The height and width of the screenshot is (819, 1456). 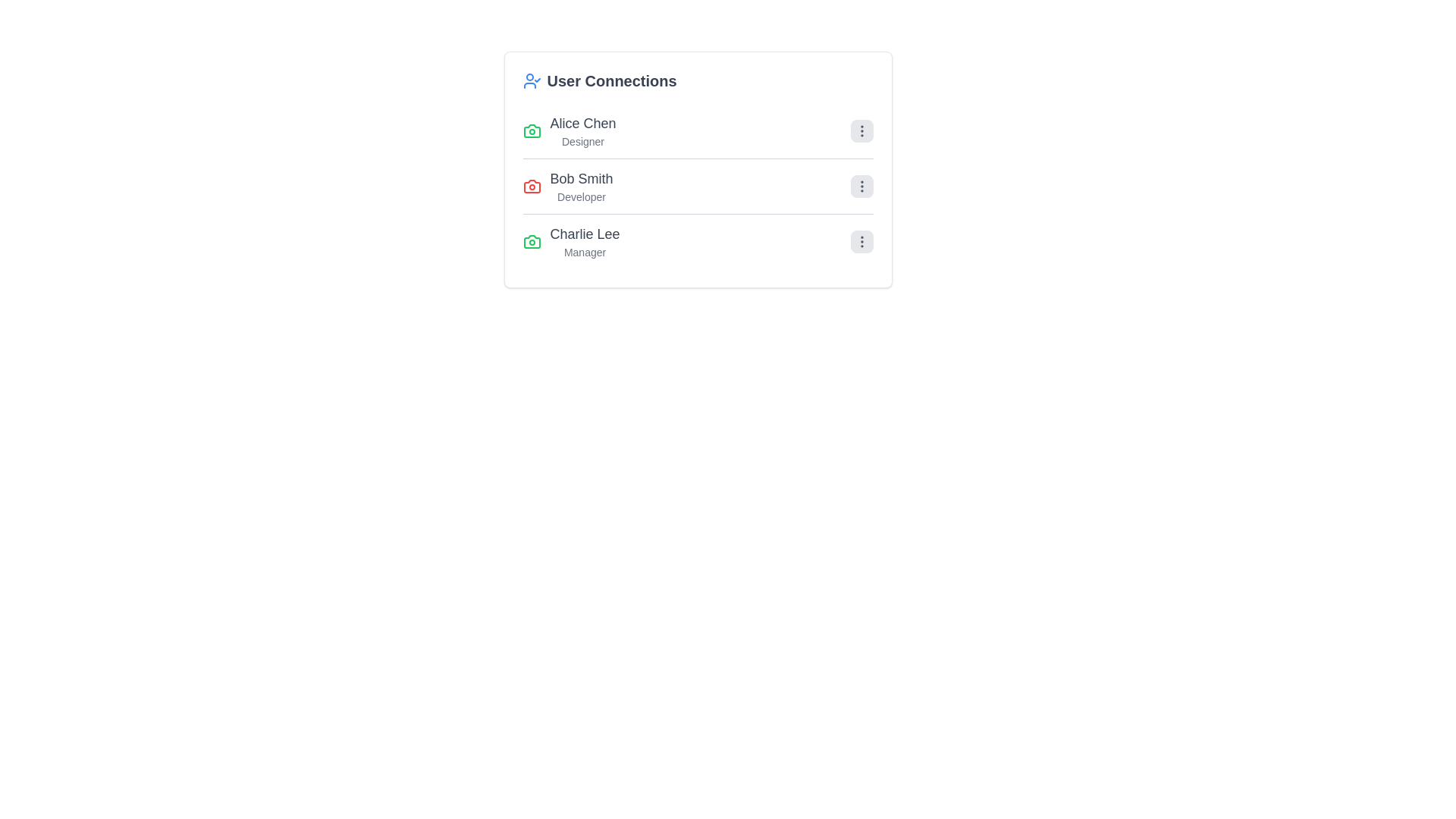 I want to click on the Text label displaying 'Charlie Lee', which is the third item in the vertically aligned list within the 'User Connections' card interface, so click(x=584, y=241).